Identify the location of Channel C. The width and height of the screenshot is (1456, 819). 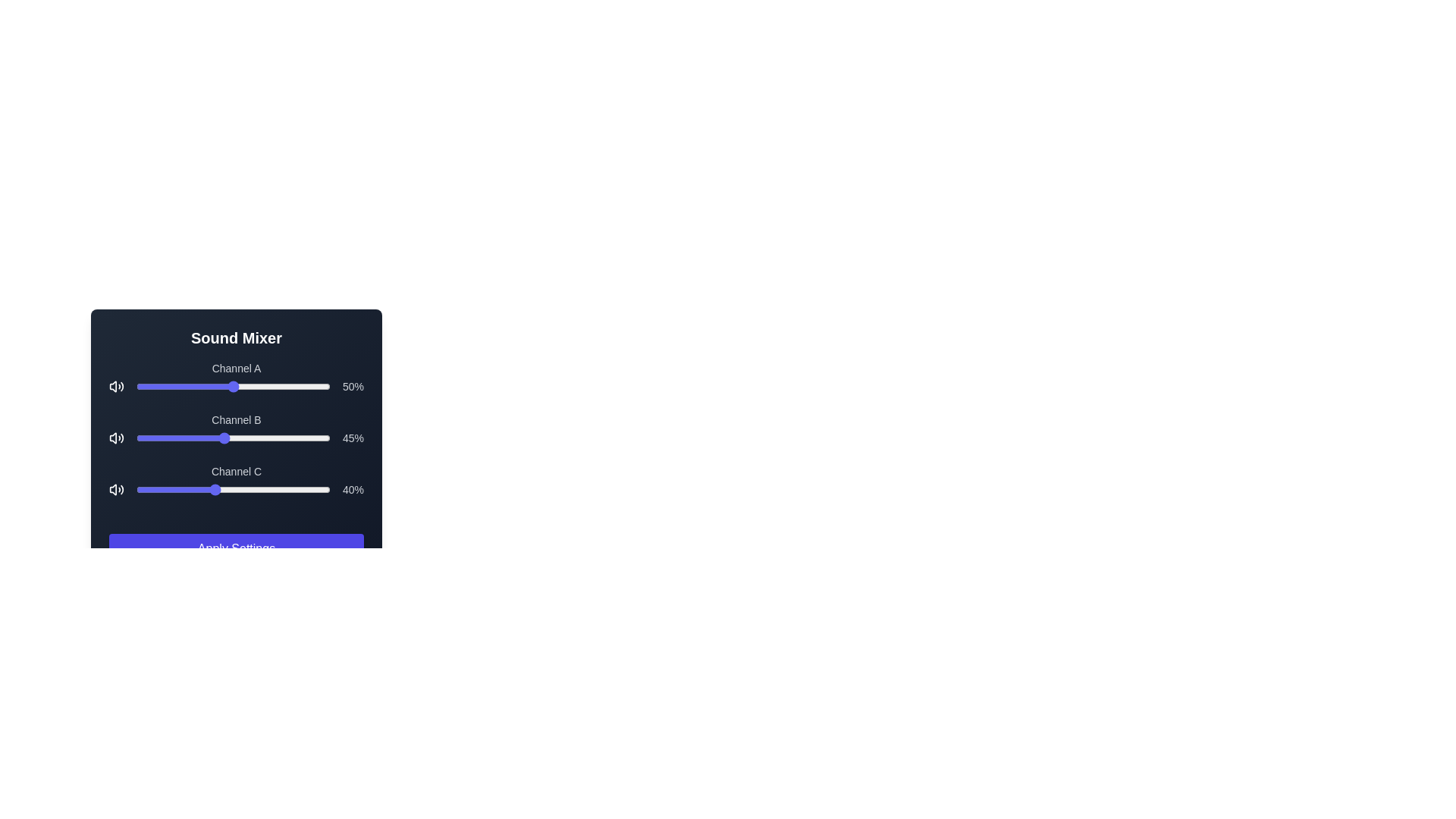
(232, 489).